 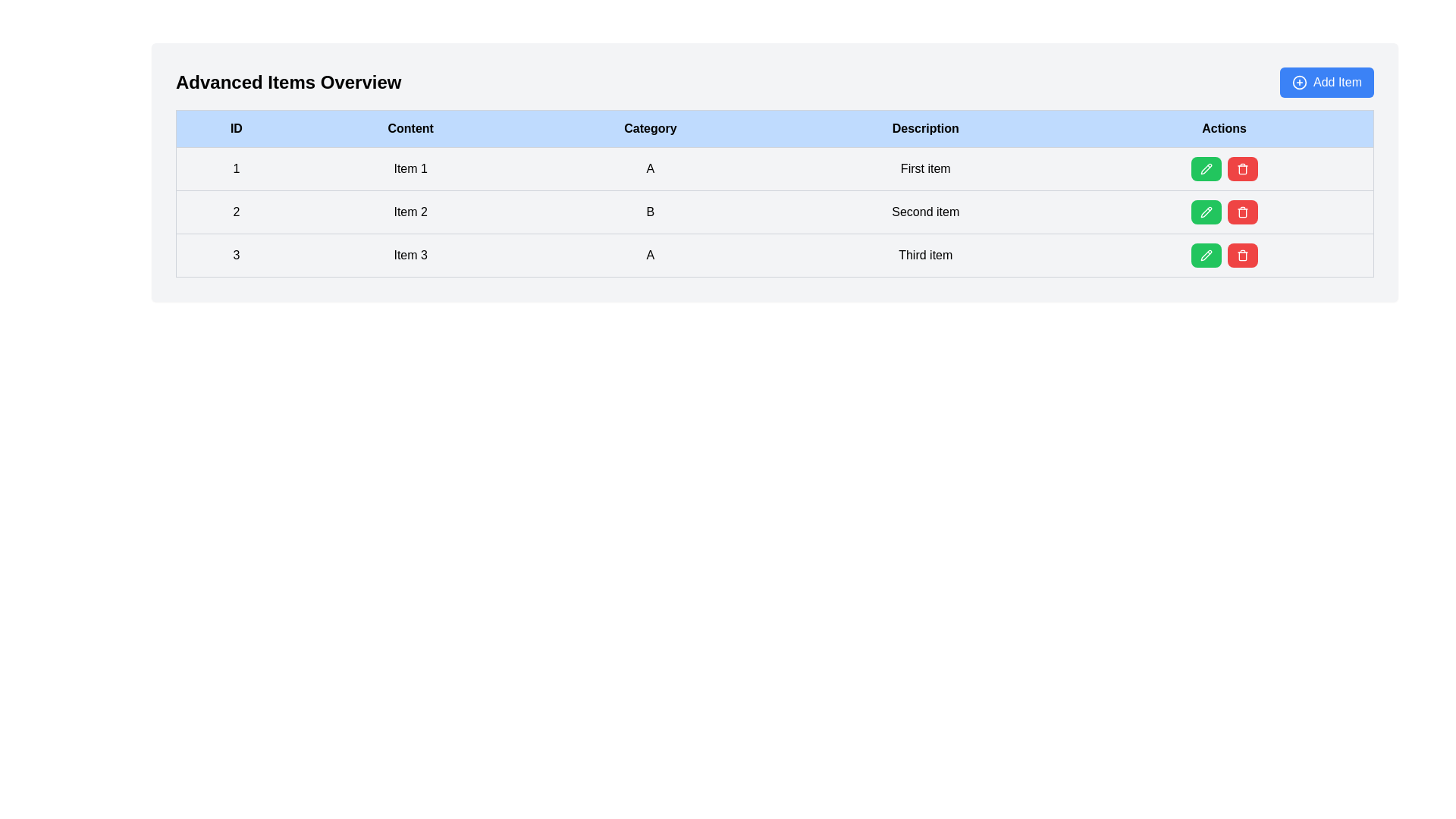 I want to click on the Text label displaying the content description for ID '2' in the second column of the table, so click(x=410, y=212).